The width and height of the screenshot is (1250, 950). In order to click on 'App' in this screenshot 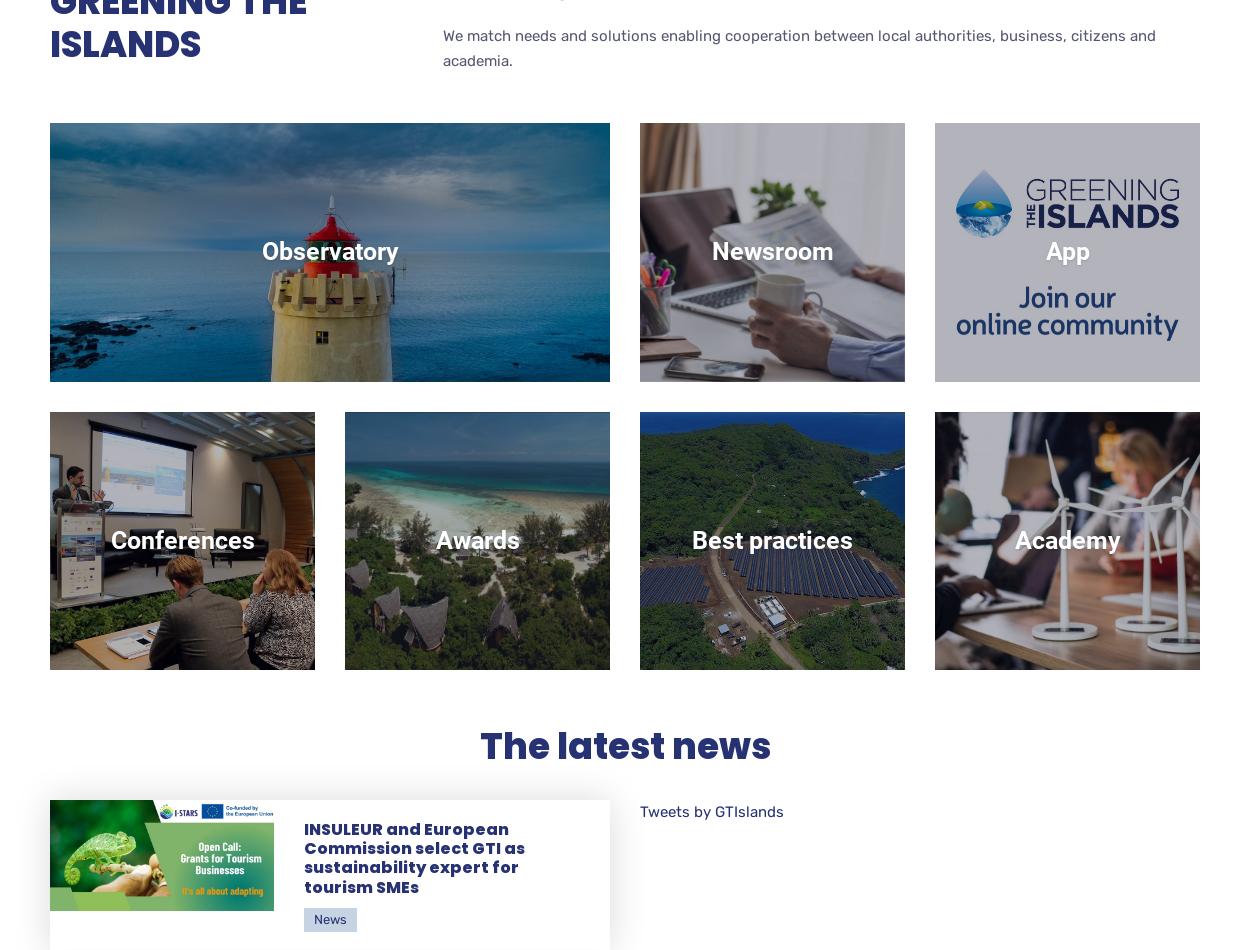, I will do `click(1066, 250)`.